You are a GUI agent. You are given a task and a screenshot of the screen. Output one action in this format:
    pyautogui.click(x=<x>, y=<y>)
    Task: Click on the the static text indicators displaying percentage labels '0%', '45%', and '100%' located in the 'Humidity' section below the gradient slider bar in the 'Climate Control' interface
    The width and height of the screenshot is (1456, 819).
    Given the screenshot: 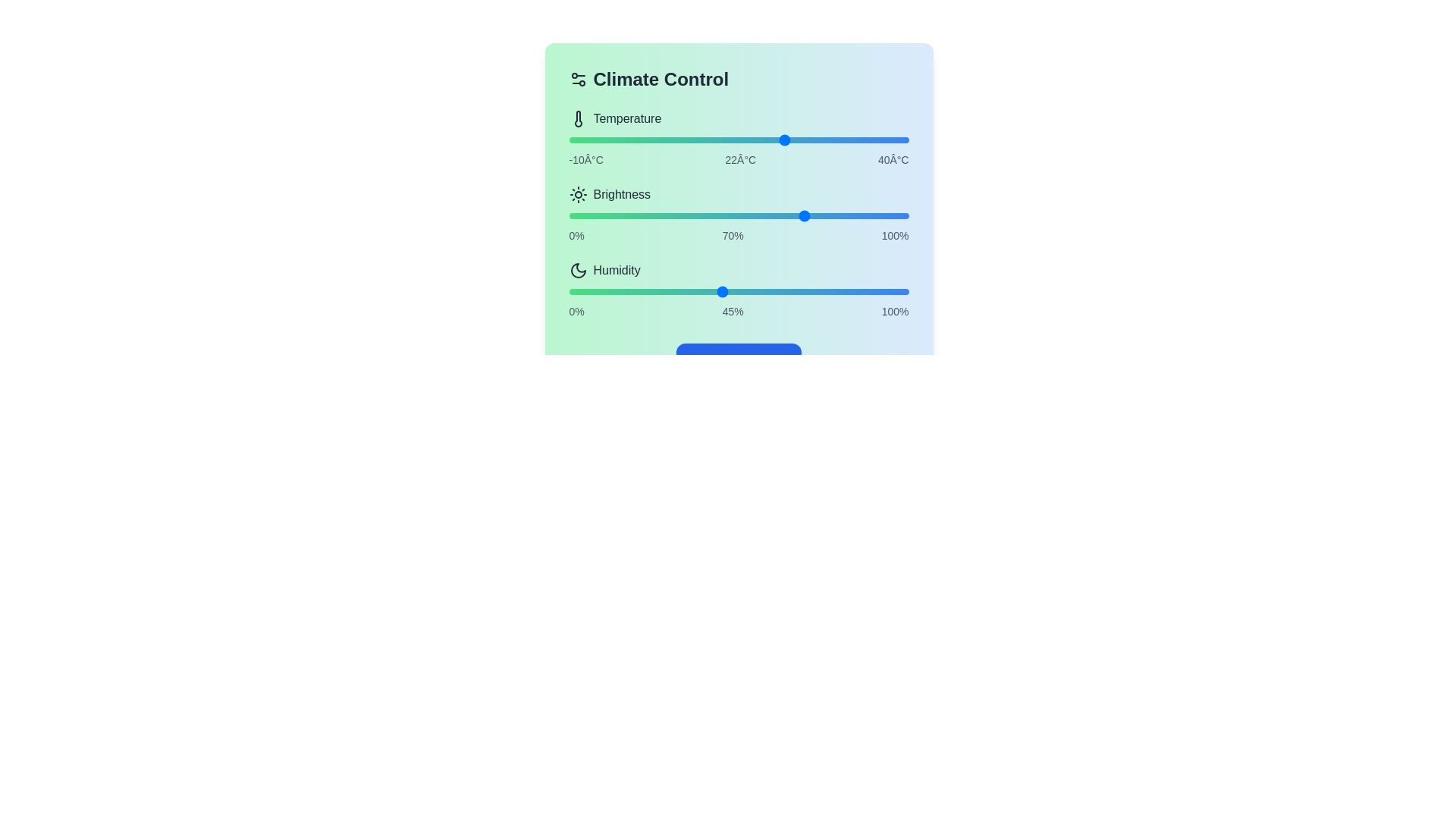 What is the action you would take?
    pyautogui.click(x=739, y=311)
    